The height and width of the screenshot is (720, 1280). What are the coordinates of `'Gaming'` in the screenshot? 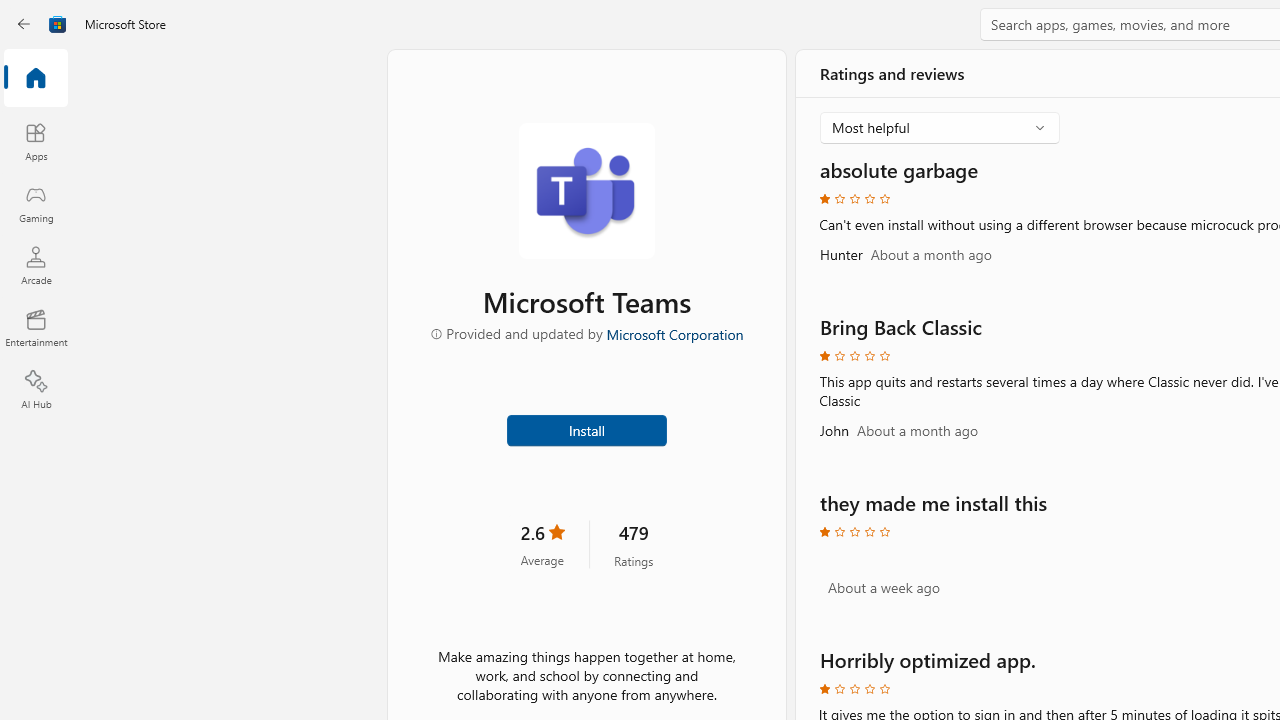 It's located at (35, 203).